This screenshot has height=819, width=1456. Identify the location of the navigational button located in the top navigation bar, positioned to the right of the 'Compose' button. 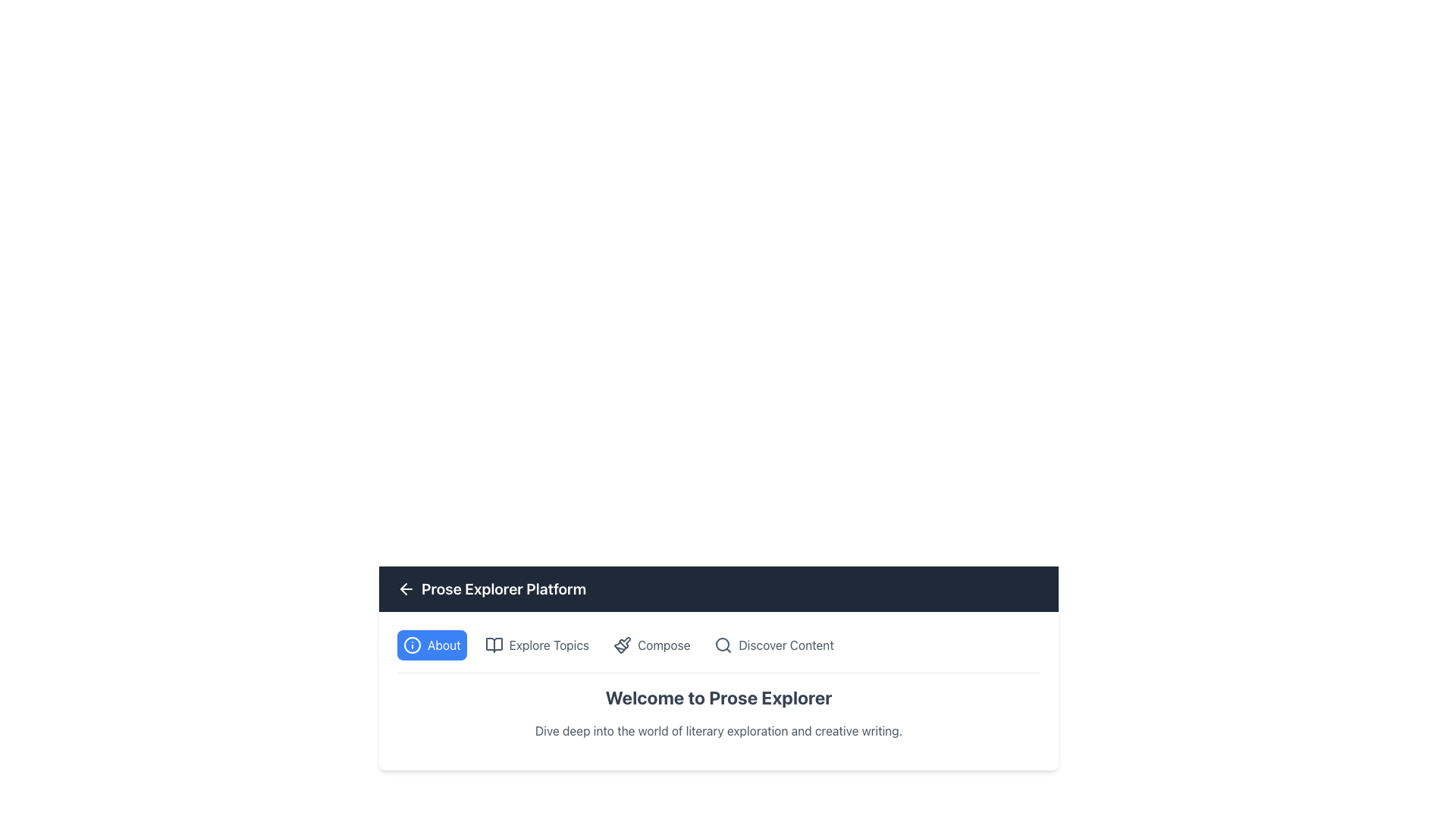
(774, 645).